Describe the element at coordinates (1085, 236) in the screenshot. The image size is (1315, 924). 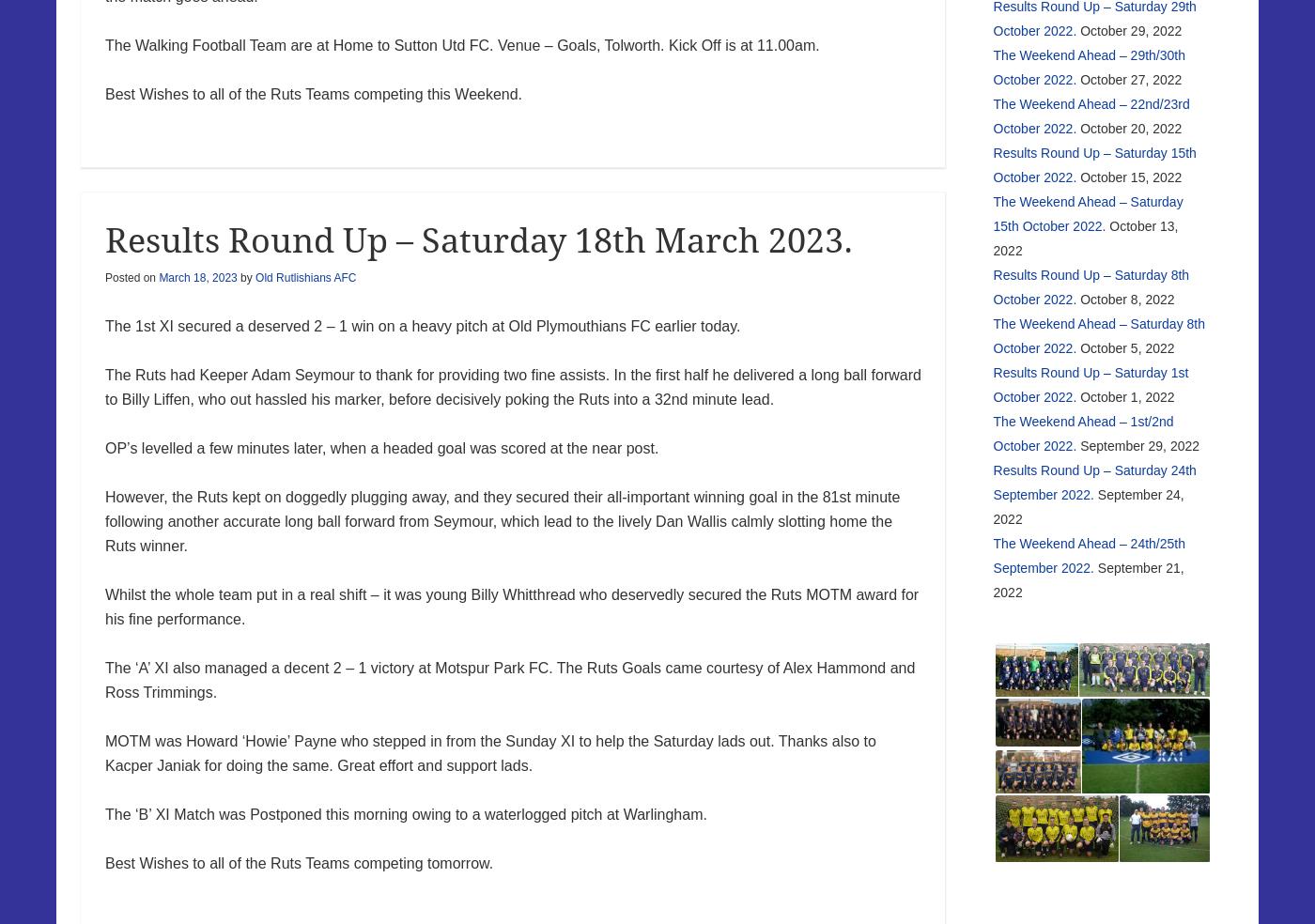
I see `'October 13, 2022'` at that location.